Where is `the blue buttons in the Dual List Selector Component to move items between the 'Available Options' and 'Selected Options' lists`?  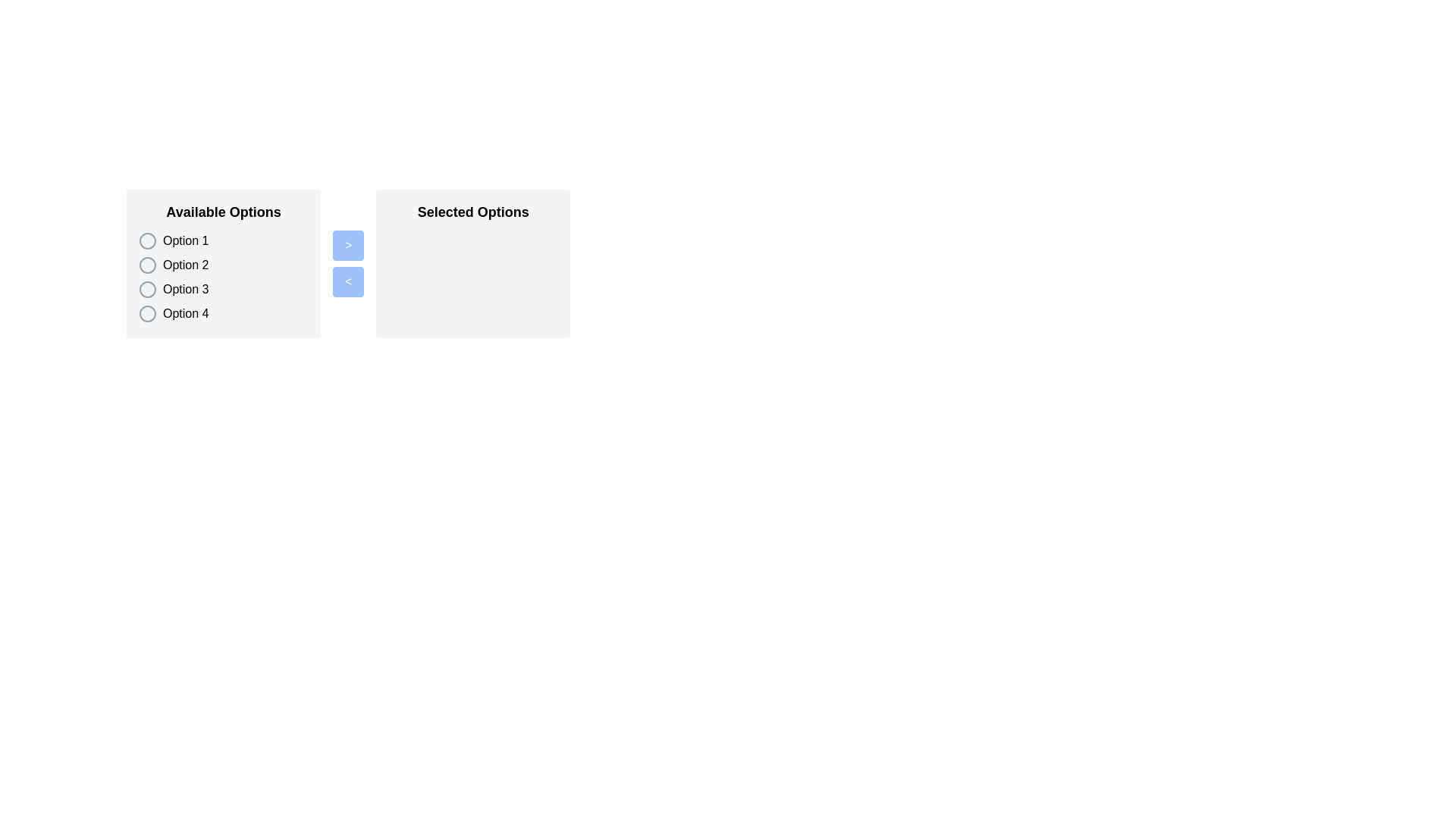 the blue buttons in the Dual List Selector Component to move items between the 'Available Options' and 'Selected Options' lists is located at coordinates (374, 262).